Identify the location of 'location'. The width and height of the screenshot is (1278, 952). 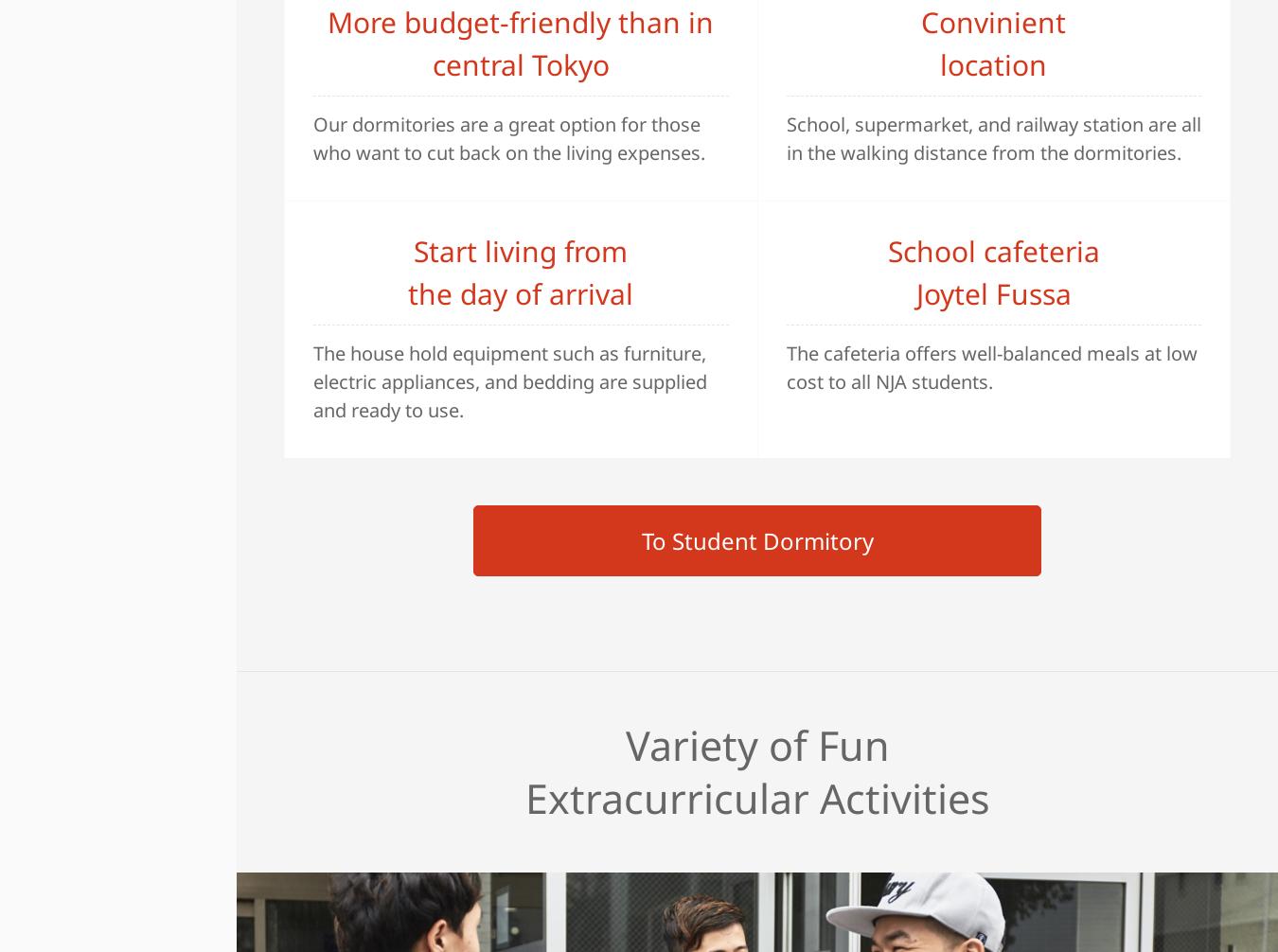
(993, 63).